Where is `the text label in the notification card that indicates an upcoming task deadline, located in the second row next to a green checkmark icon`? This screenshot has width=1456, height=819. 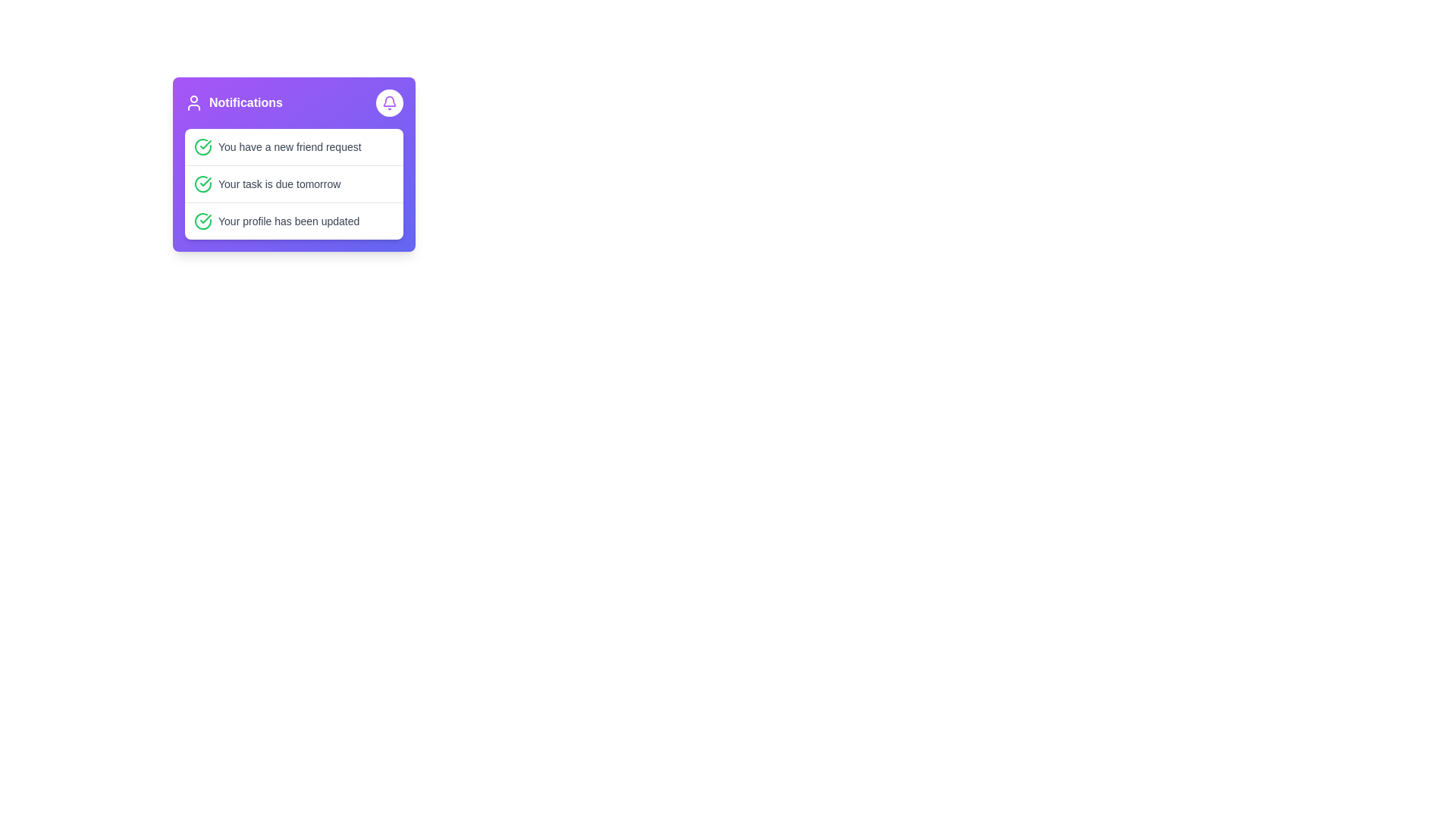 the text label in the notification card that indicates an upcoming task deadline, located in the second row next to a green checkmark icon is located at coordinates (279, 184).